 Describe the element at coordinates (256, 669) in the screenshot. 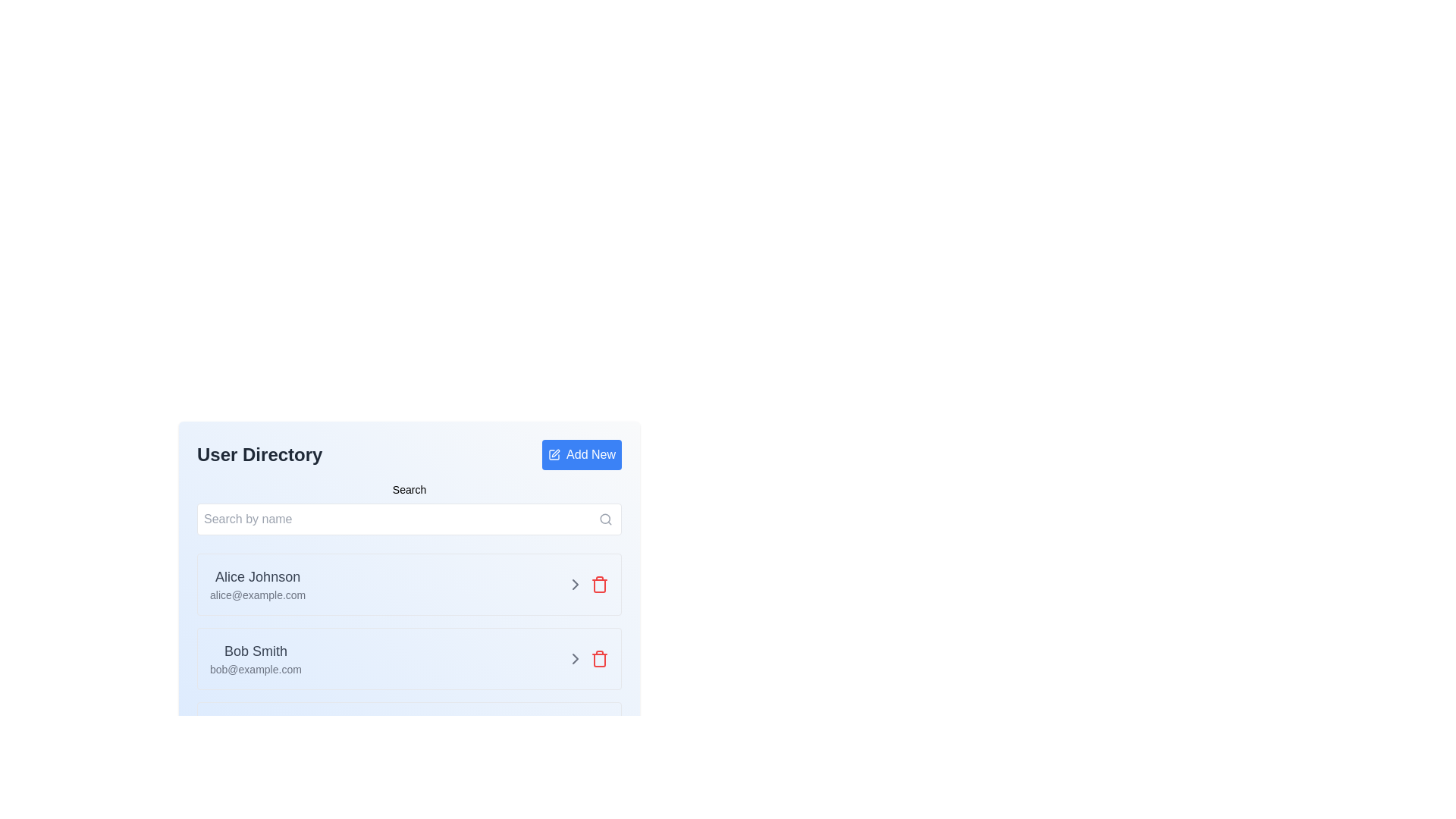

I see `email address displayed in the static text label below the name 'Bob Smith' in the user directory interface` at that location.